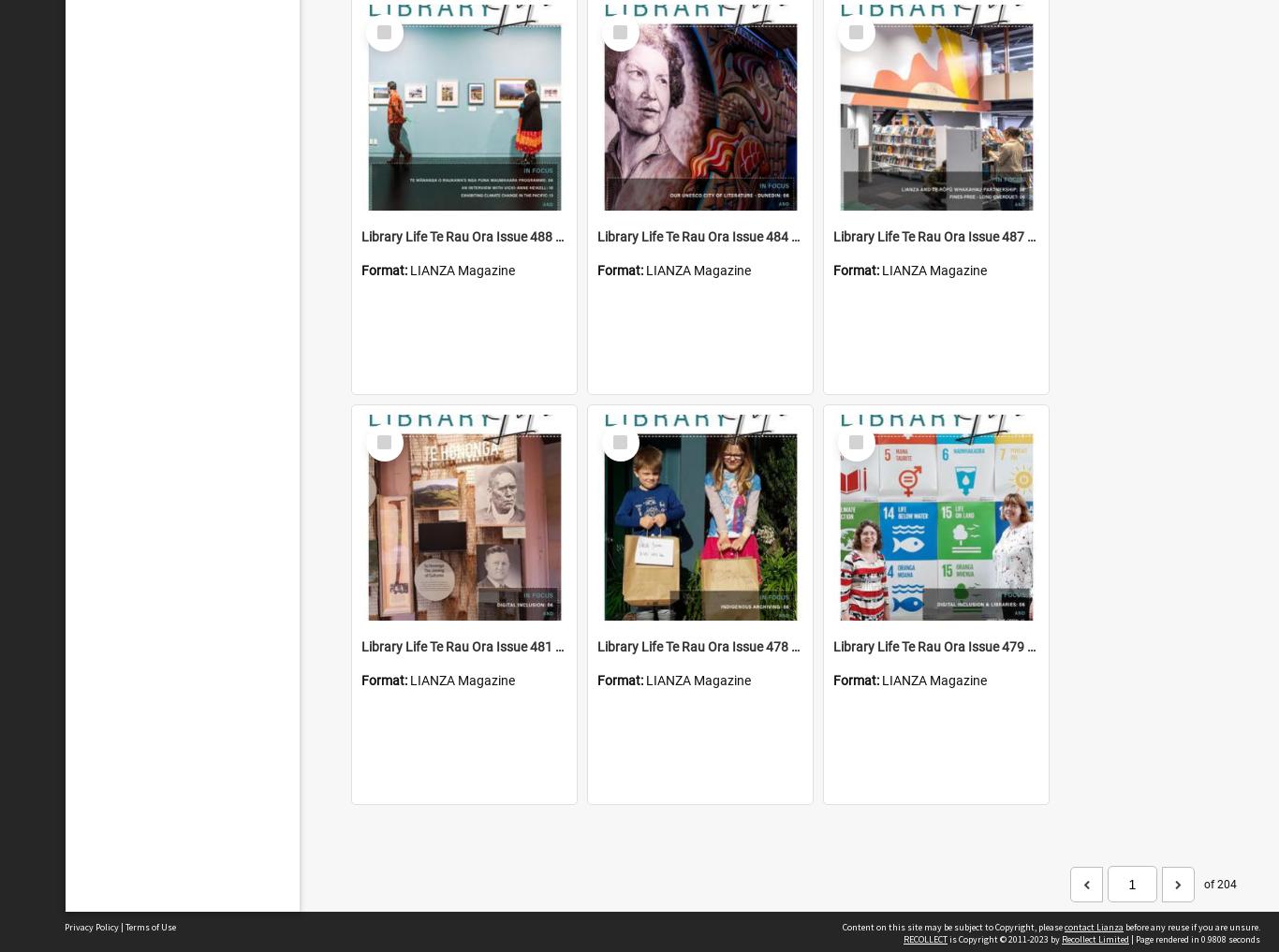 This screenshot has width=1279, height=952. I want to click on 'of 204', so click(1219, 882).